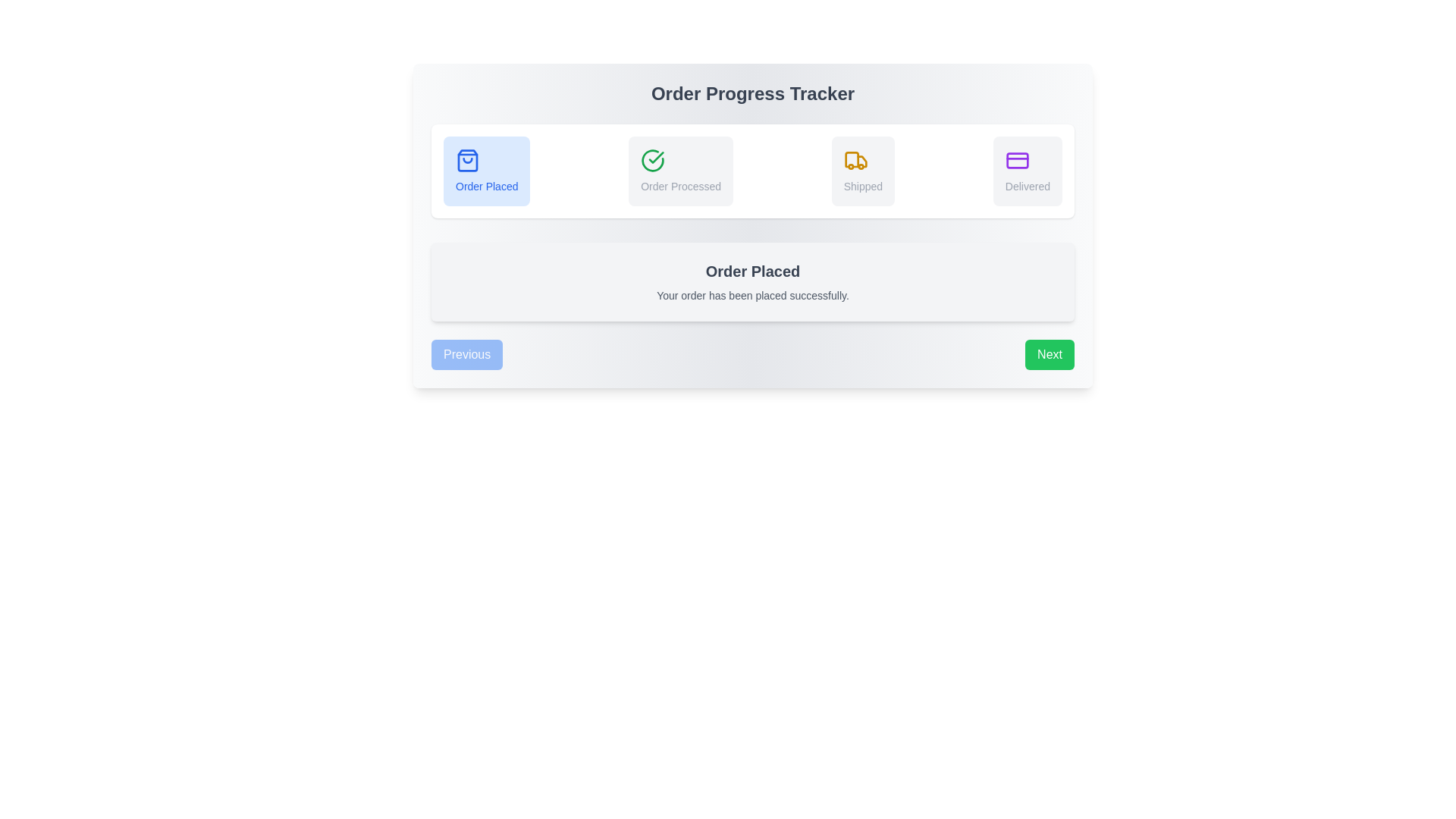  I want to click on the Status Indicator Button that indicates 'Order Processed', located as the second button in a sequence of four, positioned near the top-center of the interface, so click(680, 171).